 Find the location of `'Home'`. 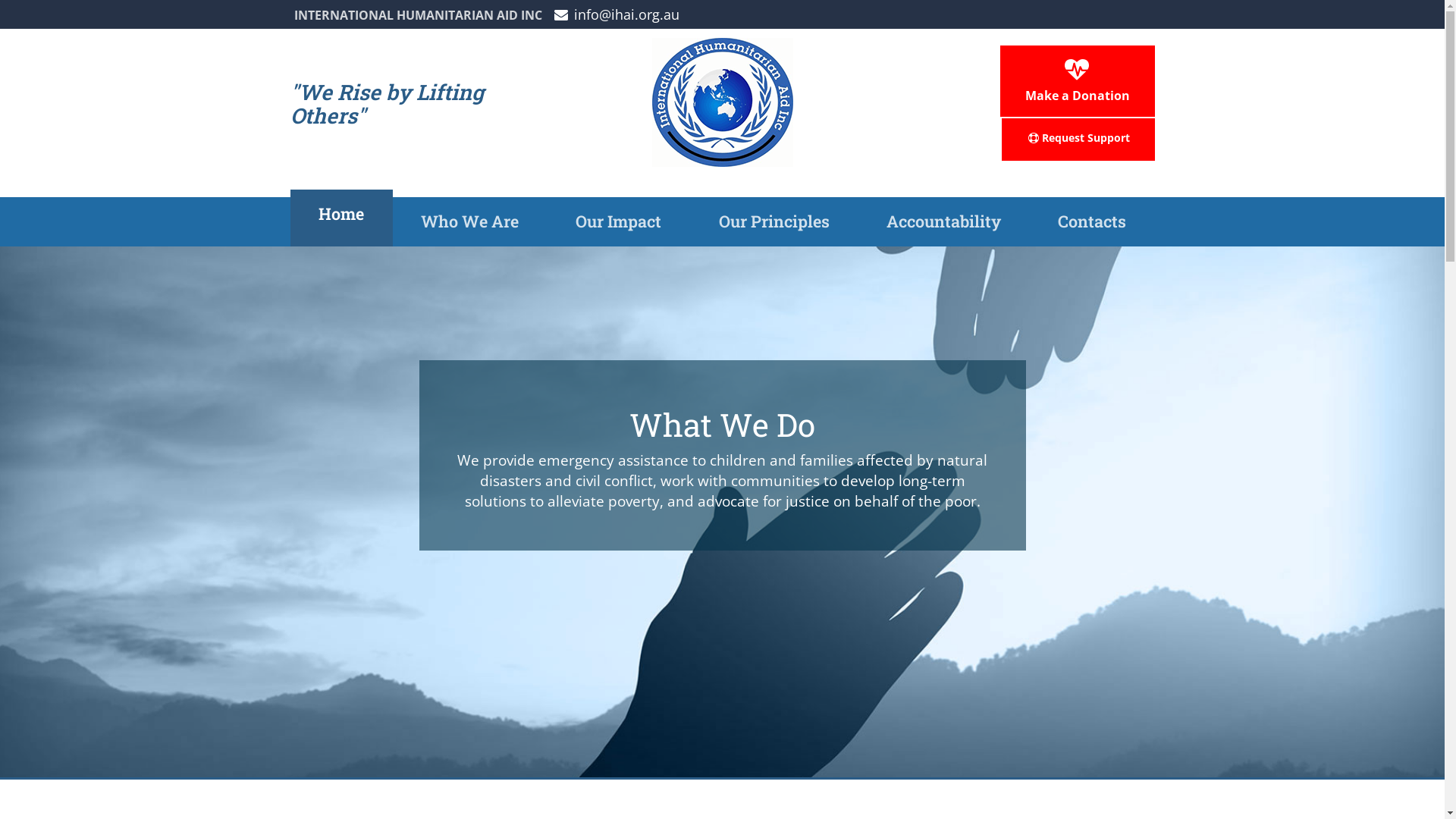

'Home' is located at coordinates (290, 218).